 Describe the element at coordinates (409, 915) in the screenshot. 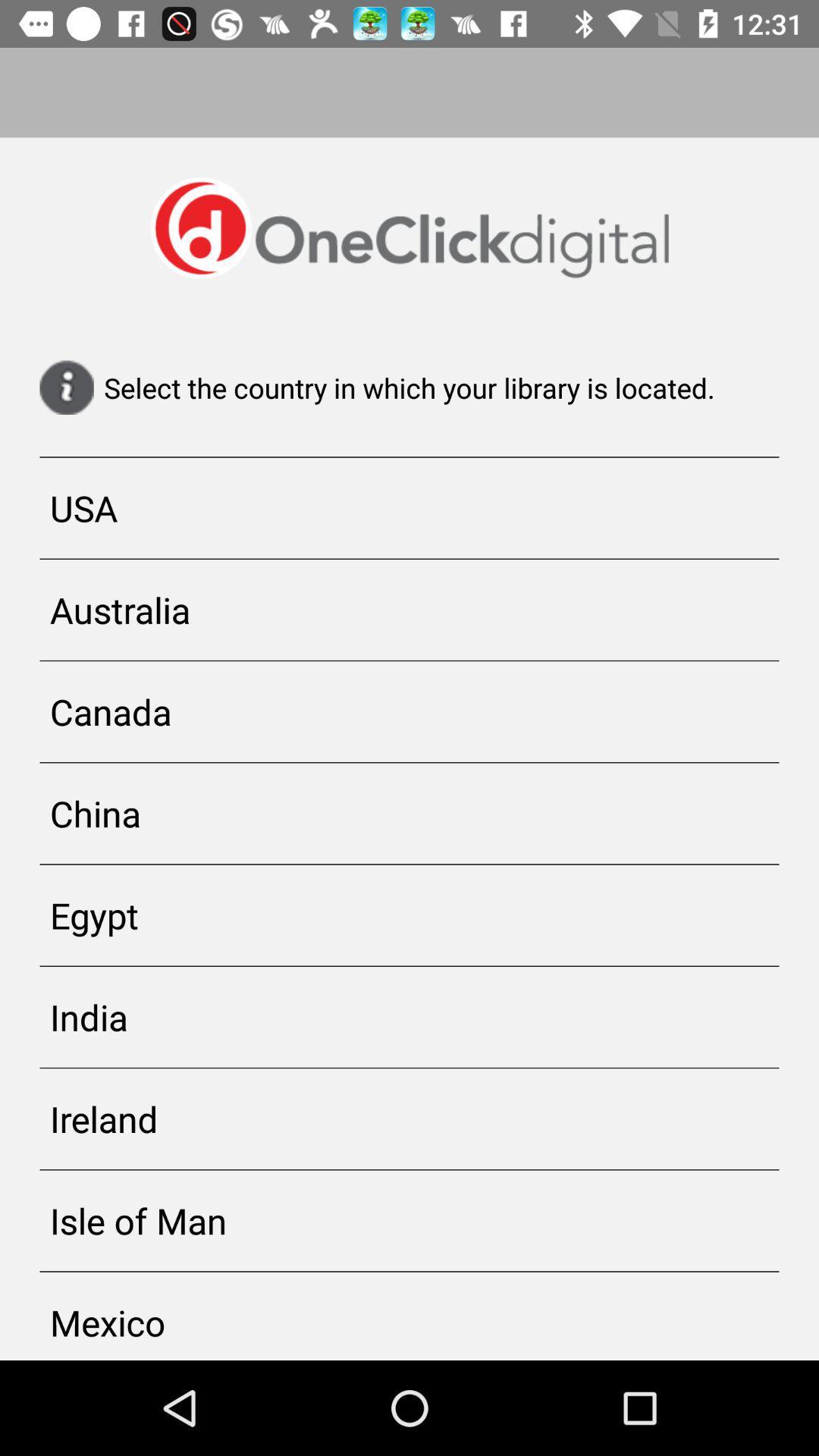

I see `egypt icon` at that location.